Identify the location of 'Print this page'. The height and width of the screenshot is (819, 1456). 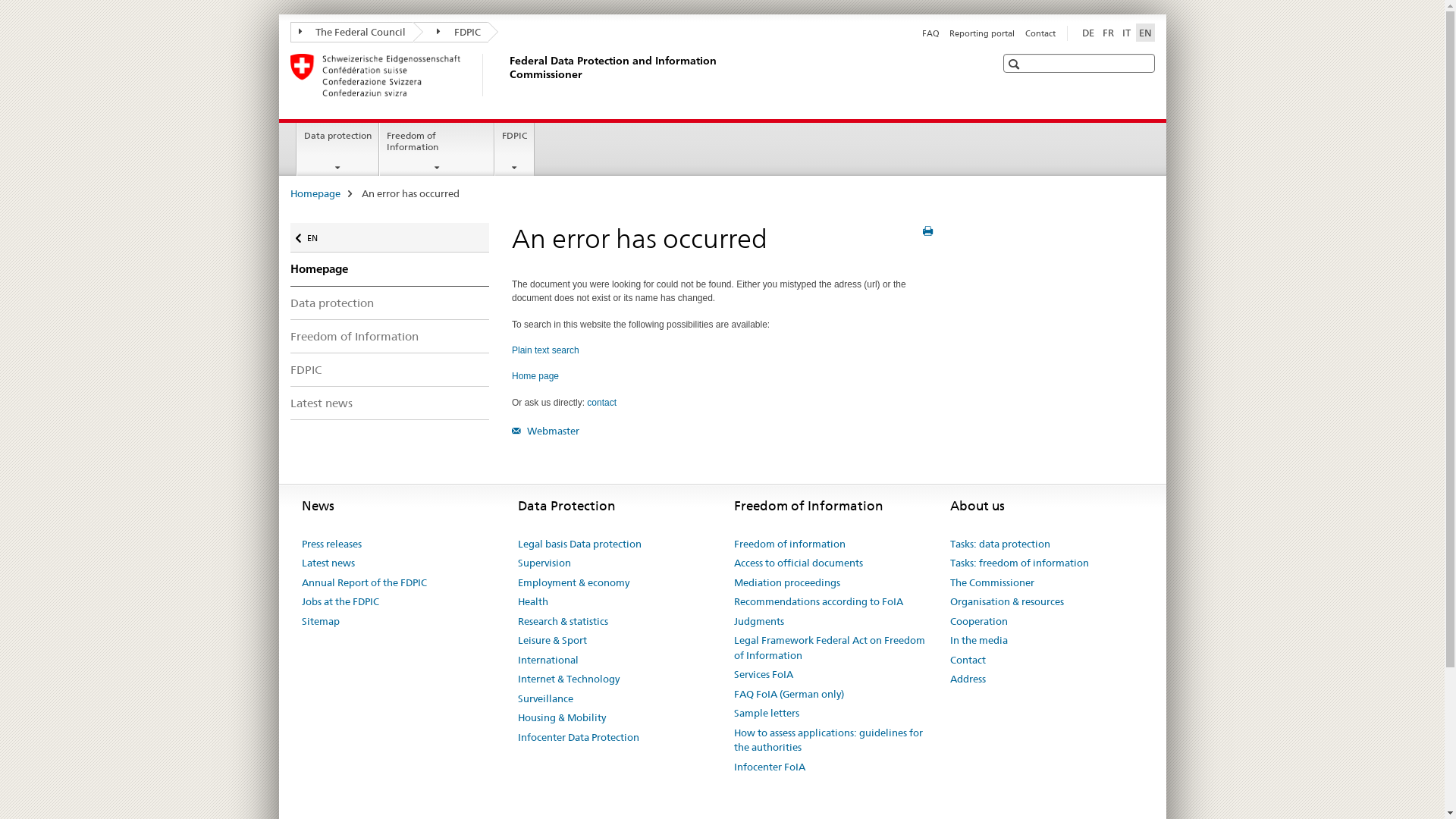
(927, 231).